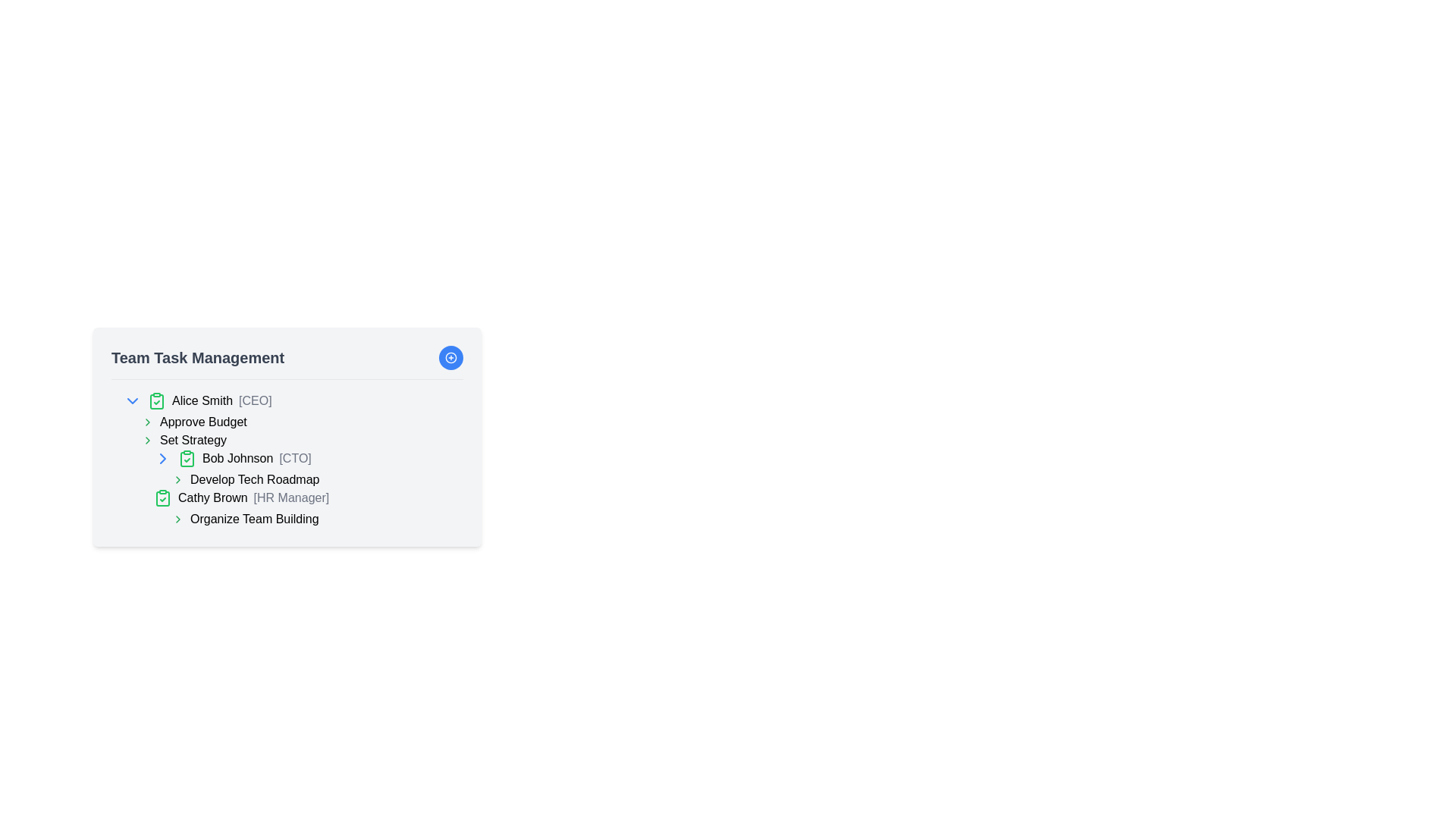 The width and height of the screenshot is (1456, 819). What do you see at coordinates (316, 479) in the screenshot?
I see `the 'Develop Tech Roadmap' text label with the green arrow icon` at bounding box center [316, 479].